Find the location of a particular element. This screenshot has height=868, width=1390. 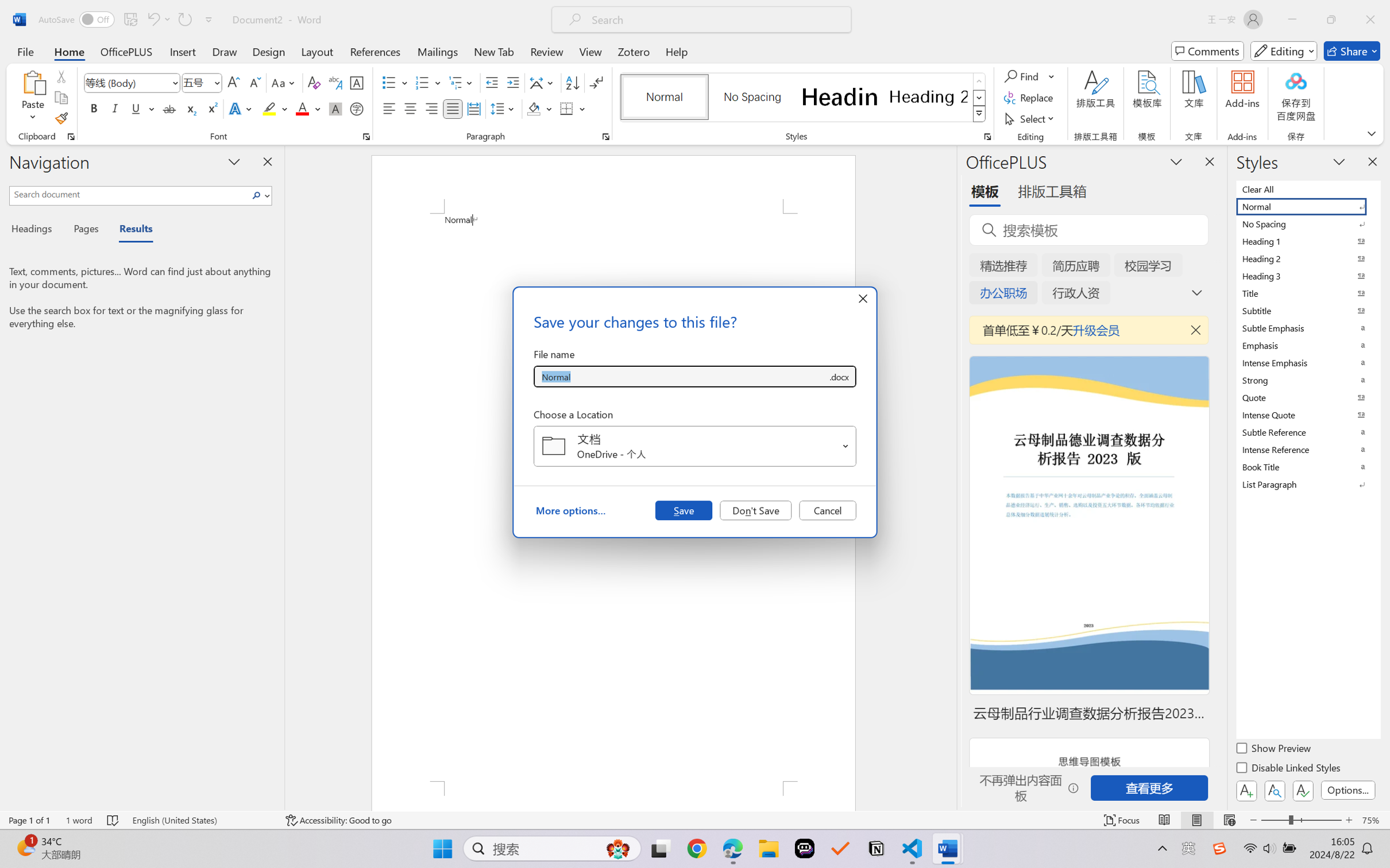

'Zoom In' is located at coordinates (1349, 820).